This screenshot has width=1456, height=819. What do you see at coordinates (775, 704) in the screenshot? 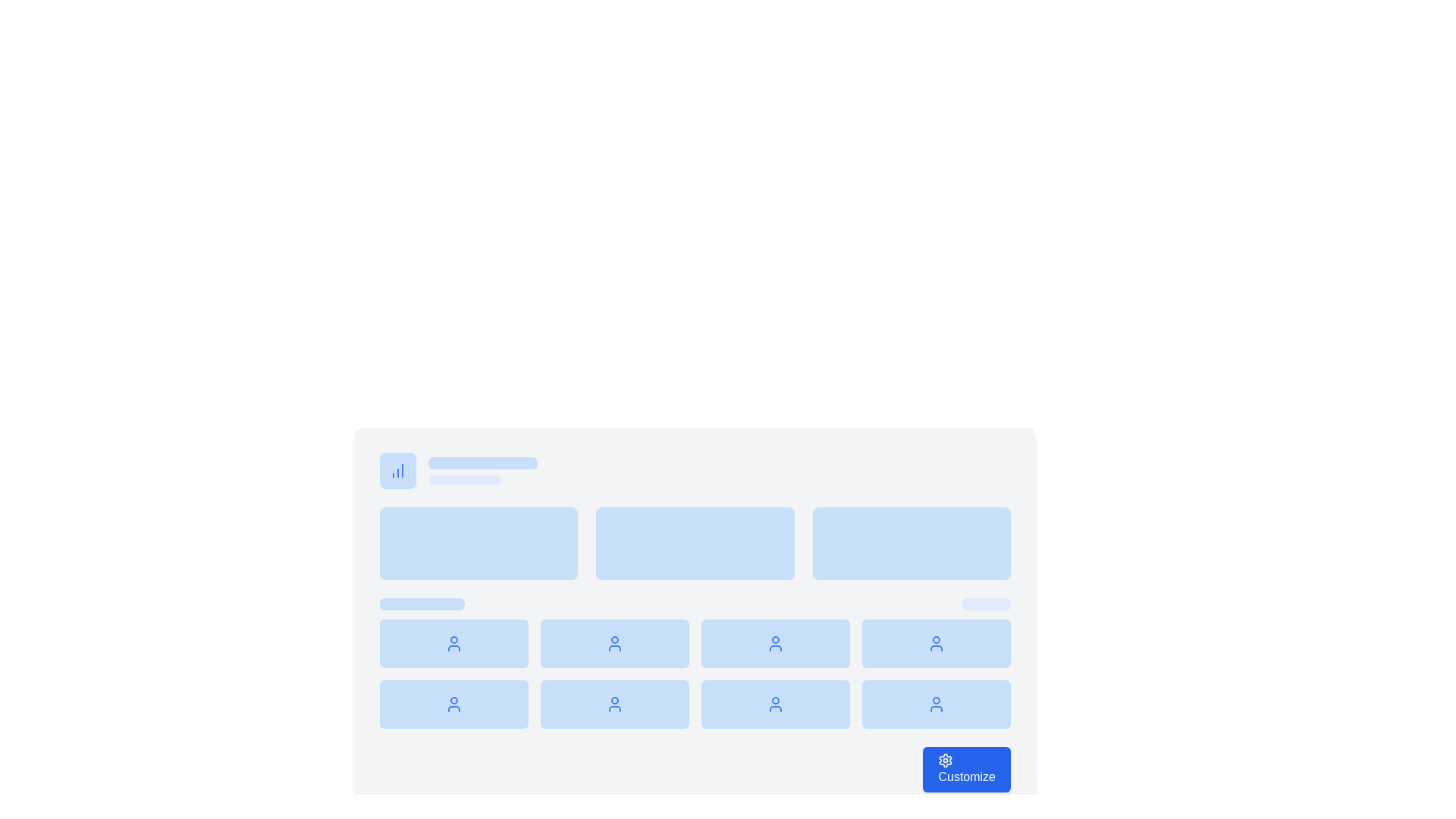
I see `the user icon styled as a simplified human figure silhouette, which is the third icon in the second row of a grid, to interact` at bounding box center [775, 704].